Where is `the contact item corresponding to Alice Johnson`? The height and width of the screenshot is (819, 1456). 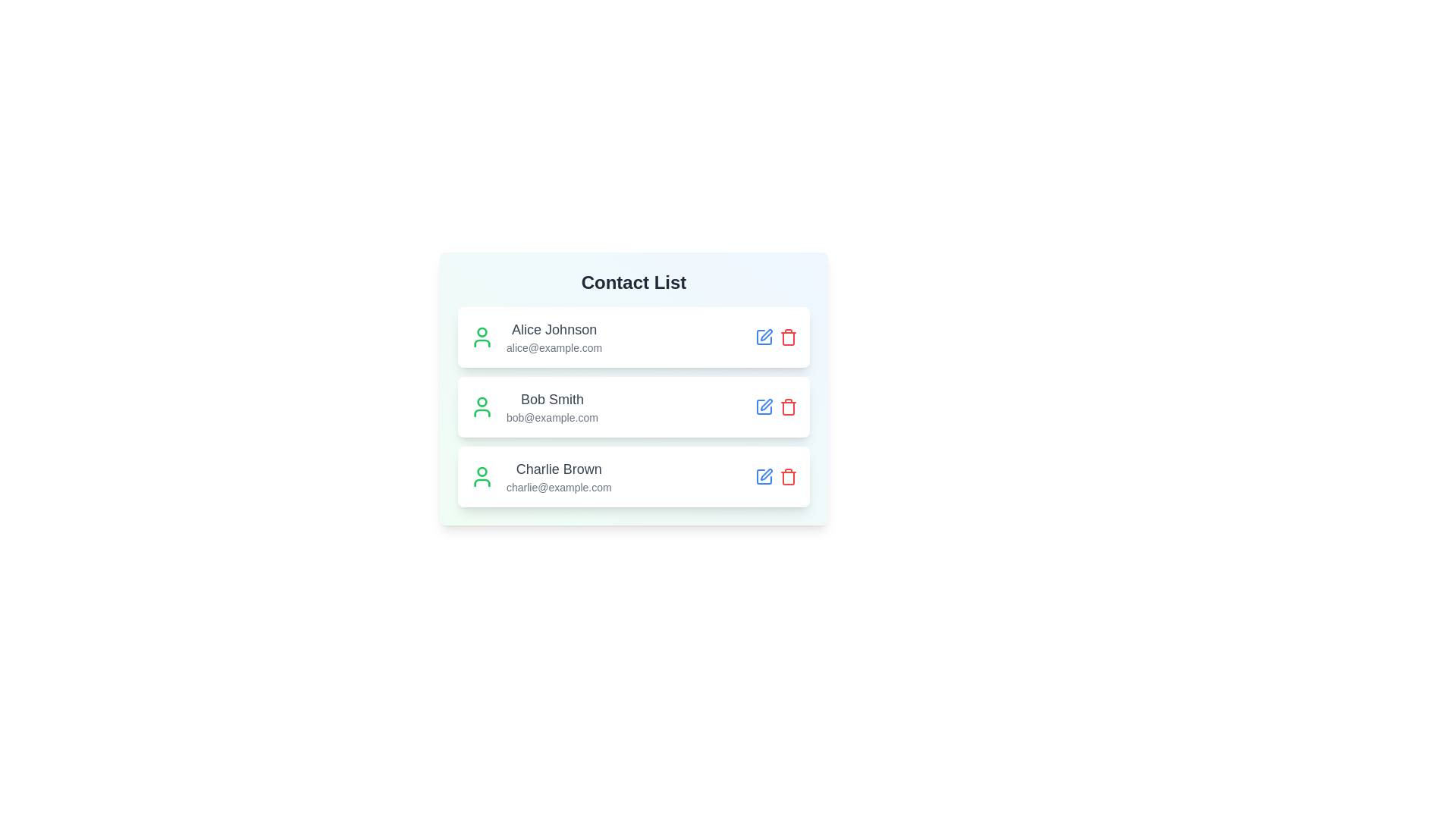
the contact item corresponding to Alice Johnson is located at coordinates (633, 336).